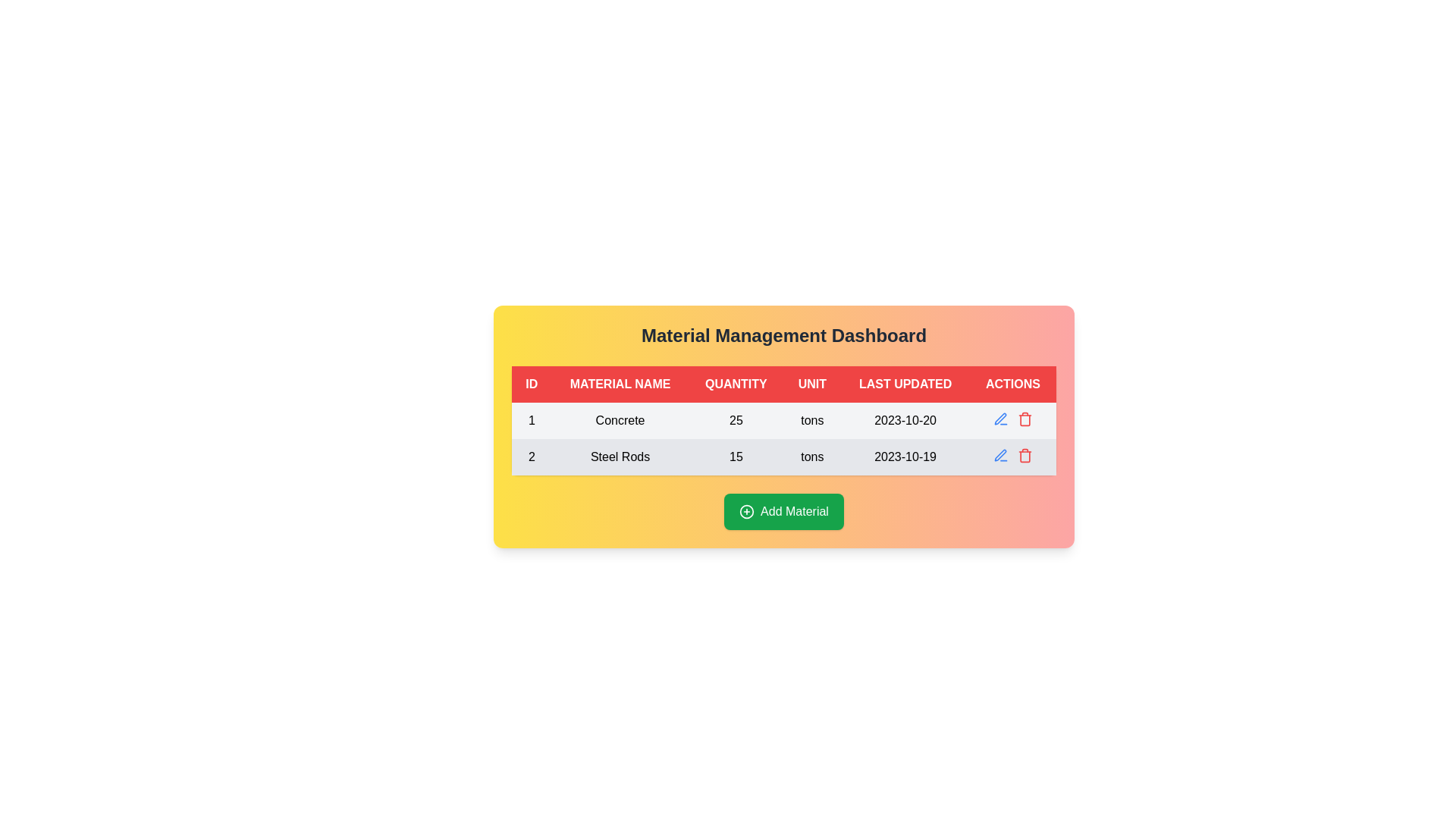 The height and width of the screenshot is (819, 1456). What do you see at coordinates (1025, 419) in the screenshot?
I see `the delete button icon in the Actions column of the second row in the table` at bounding box center [1025, 419].